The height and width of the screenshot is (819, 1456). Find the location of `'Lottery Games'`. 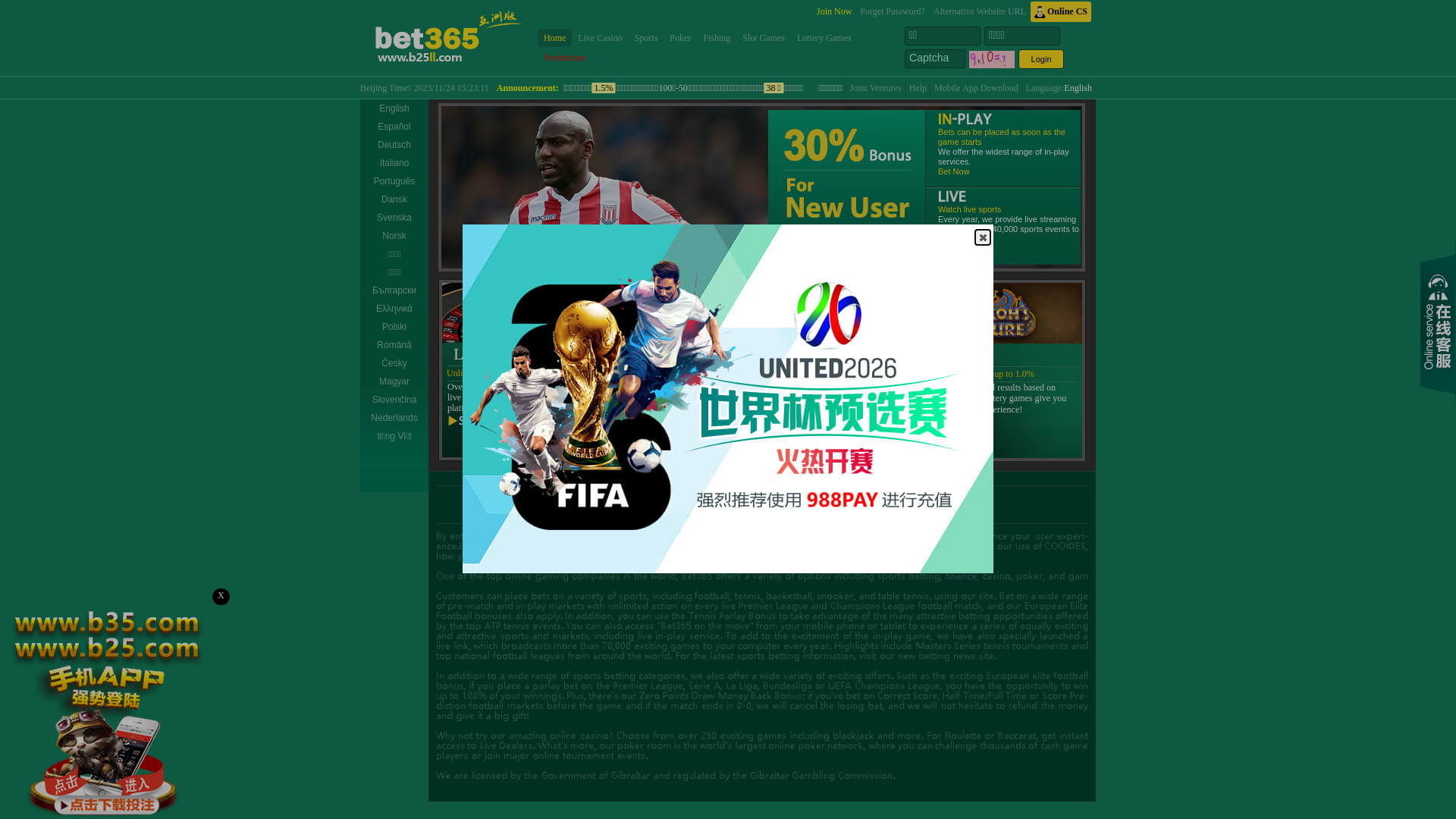

'Lottery Games' is located at coordinates (823, 37).